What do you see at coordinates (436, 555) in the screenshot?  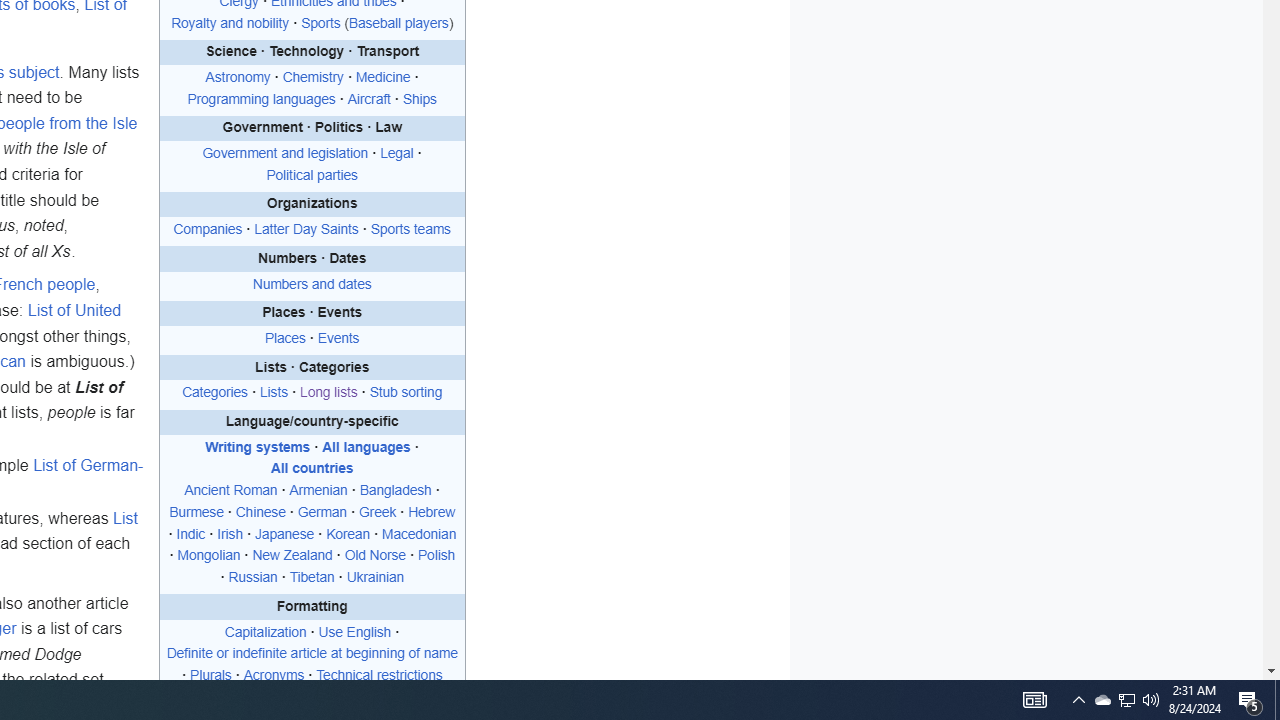 I see `'Polish'` at bounding box center [436, 555].